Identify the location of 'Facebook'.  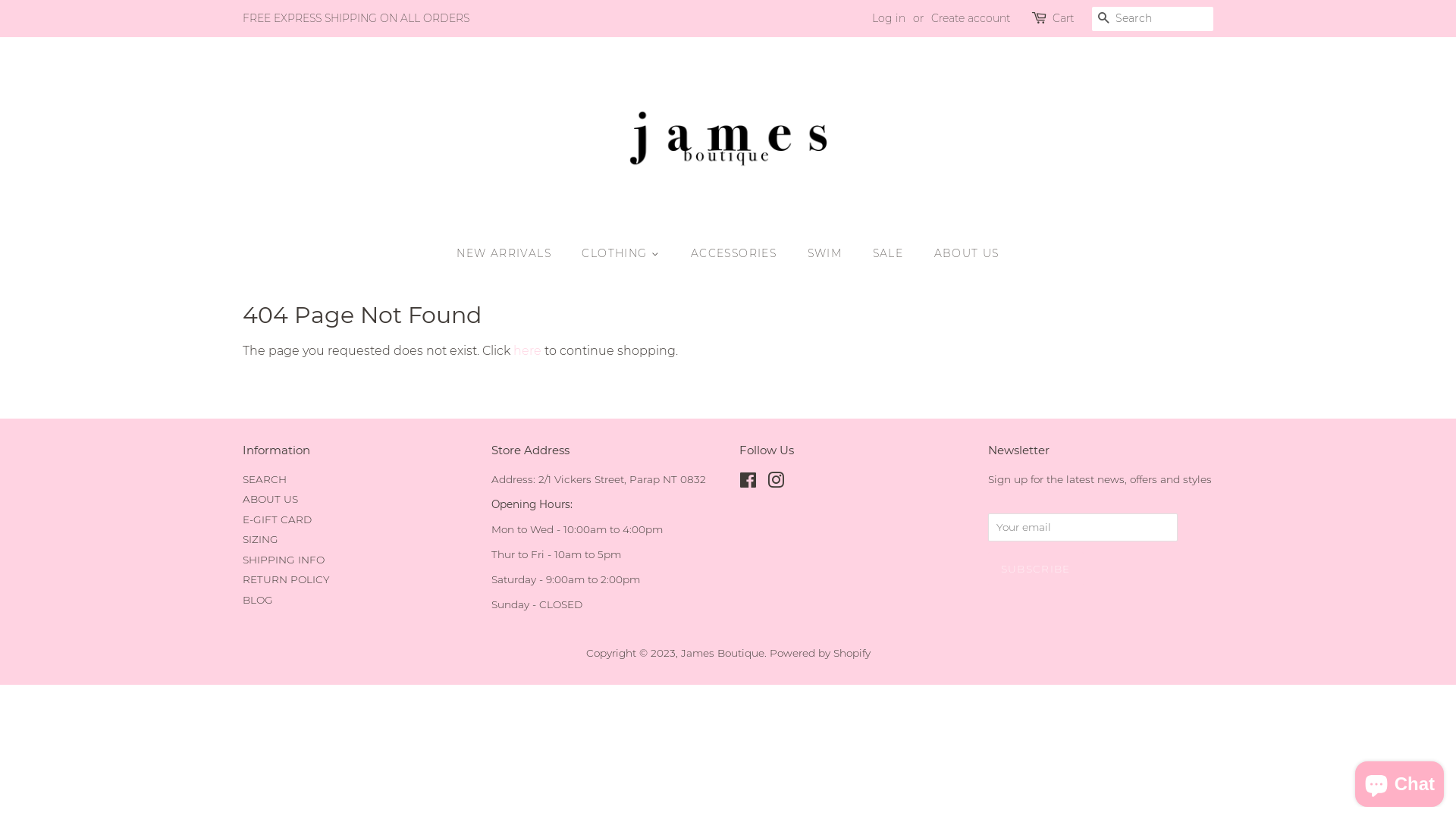
(739, 482).